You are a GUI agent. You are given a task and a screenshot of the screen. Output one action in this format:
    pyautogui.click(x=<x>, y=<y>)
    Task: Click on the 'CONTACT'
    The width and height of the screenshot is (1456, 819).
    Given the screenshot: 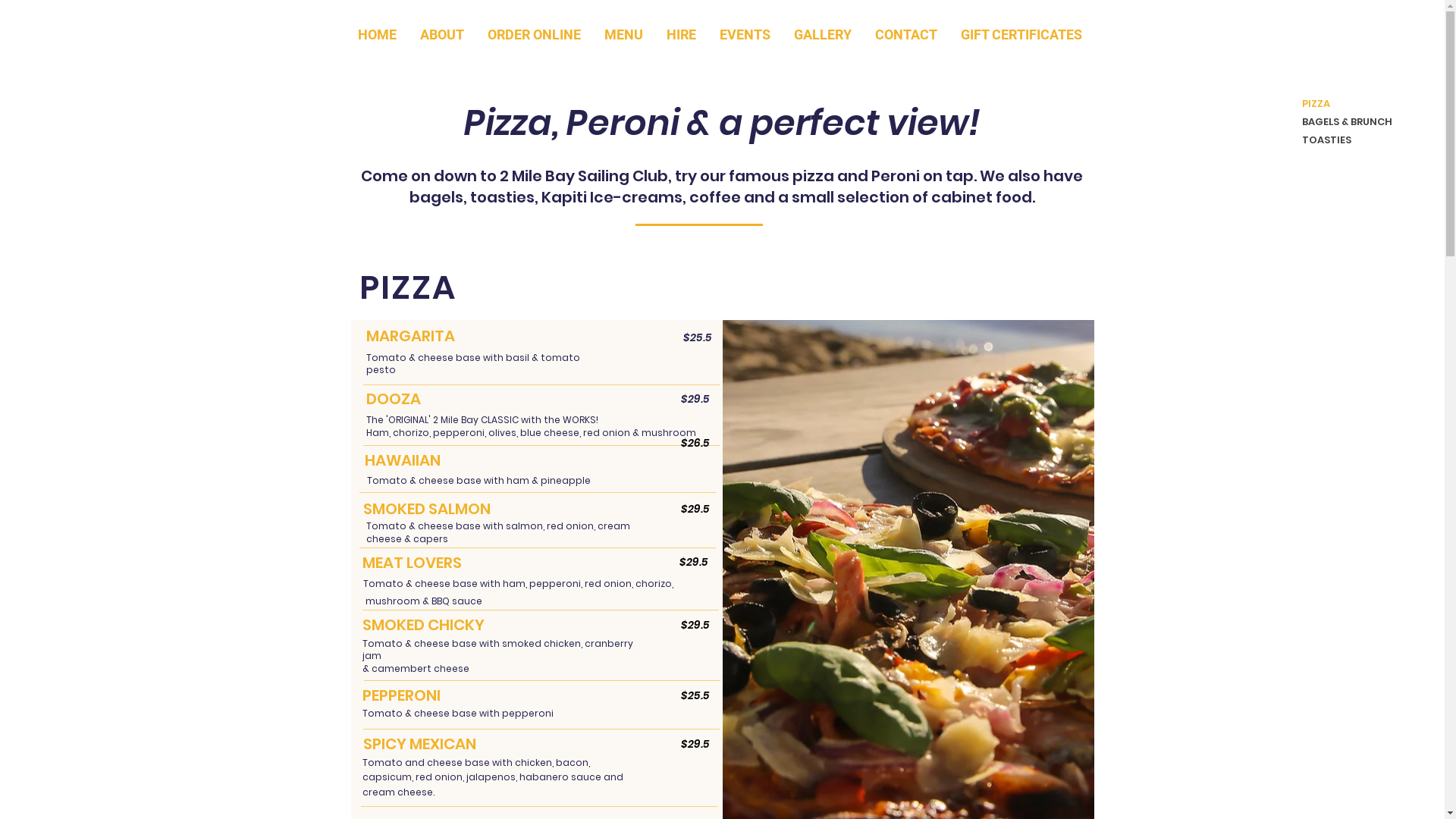 What is the action you would take?
    pyautogui.click(x=905, y=34)
    